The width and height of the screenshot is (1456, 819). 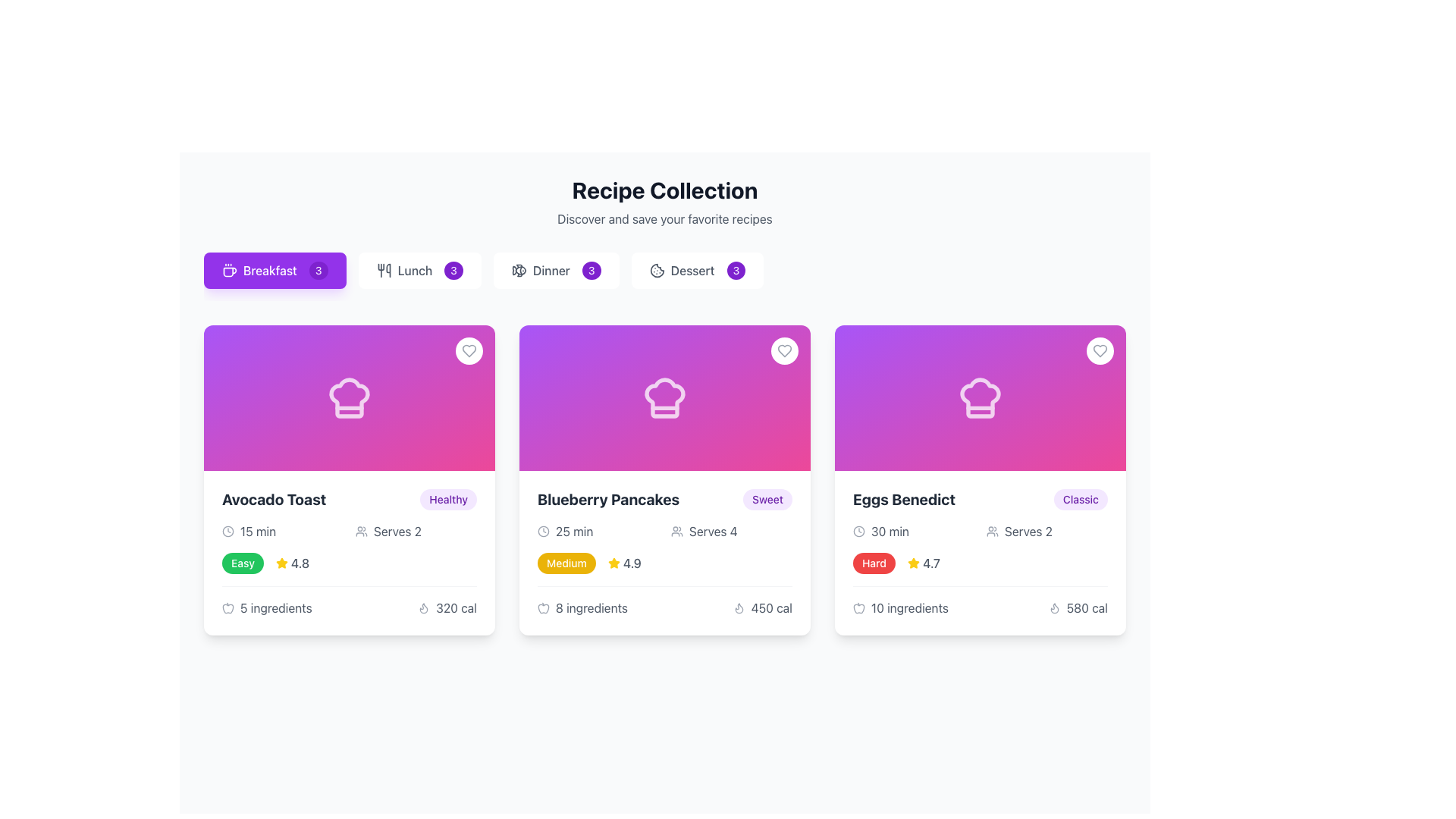 I want to click on the decorative icon representing the recipe on the 'Blueberry Pancakes' card, which is the middle card in the collection, so click(x=665, y=397).